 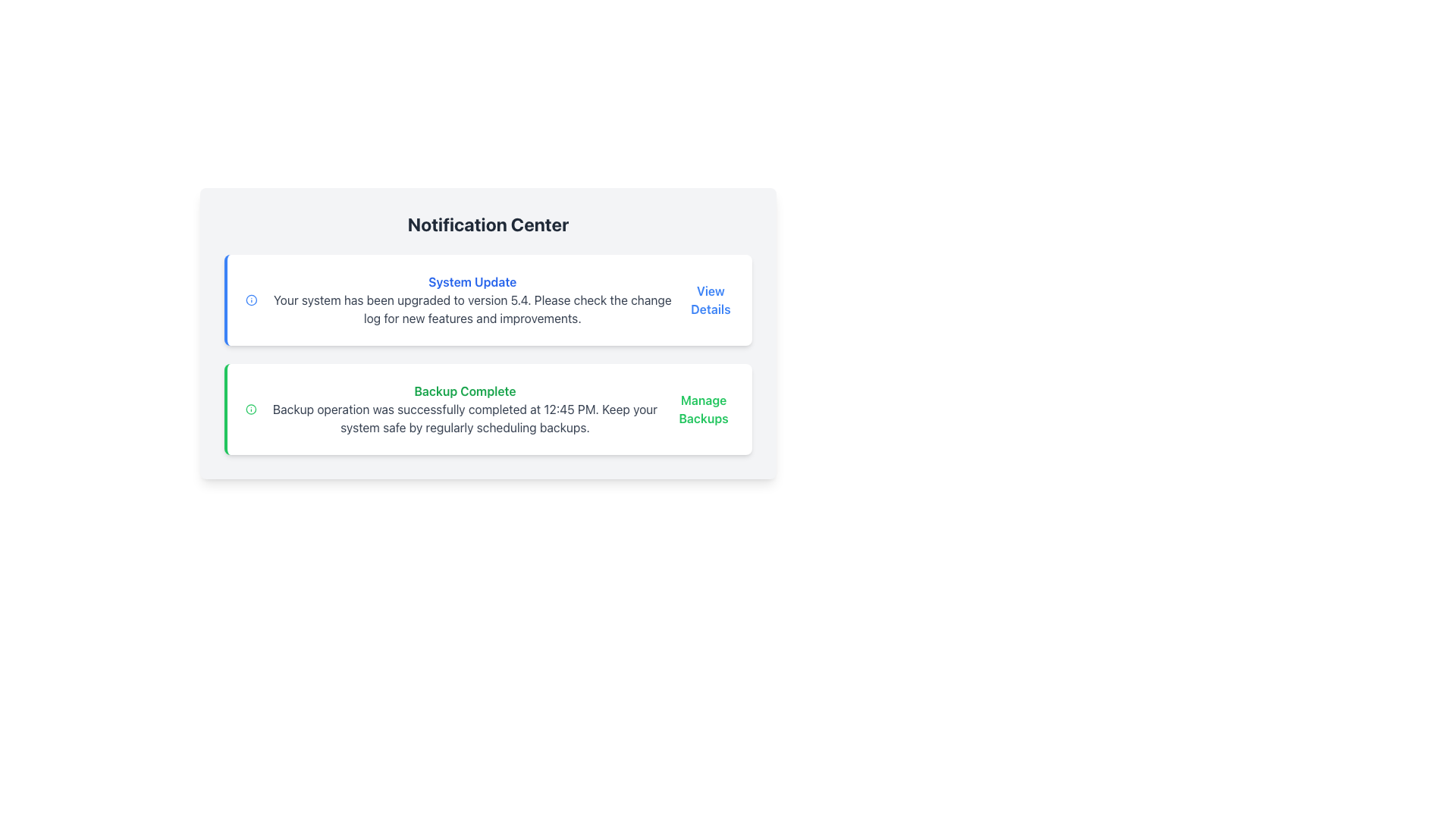 I want to click on text from the informational component that indicates the successful completion of a backup operation, located in the Notification Center box below the 'System Update' notification, so click(x=464, y=409).